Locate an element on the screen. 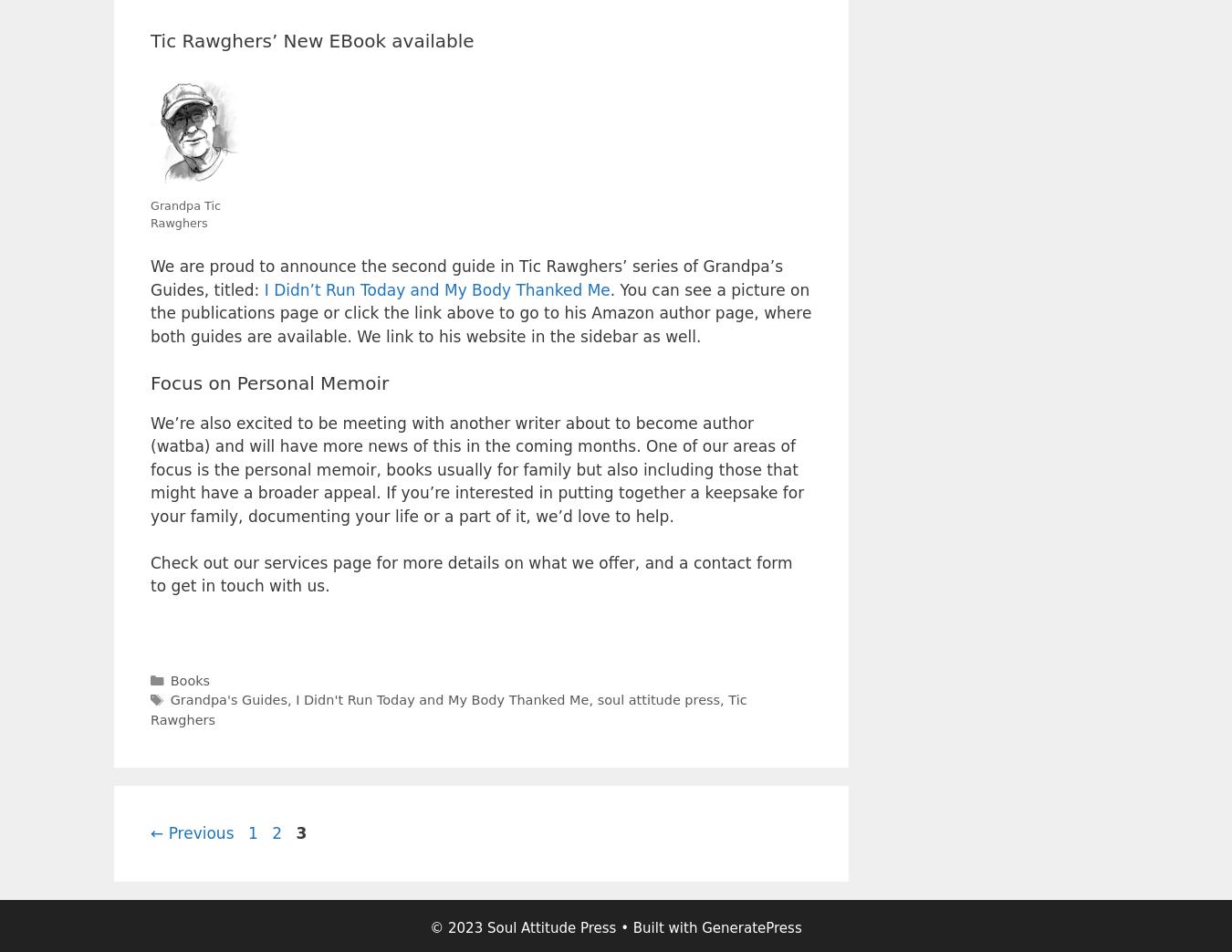 The width and height of the screenshot is (1232, 952). 'GeneratePress' is located at coordinates (751, 928).